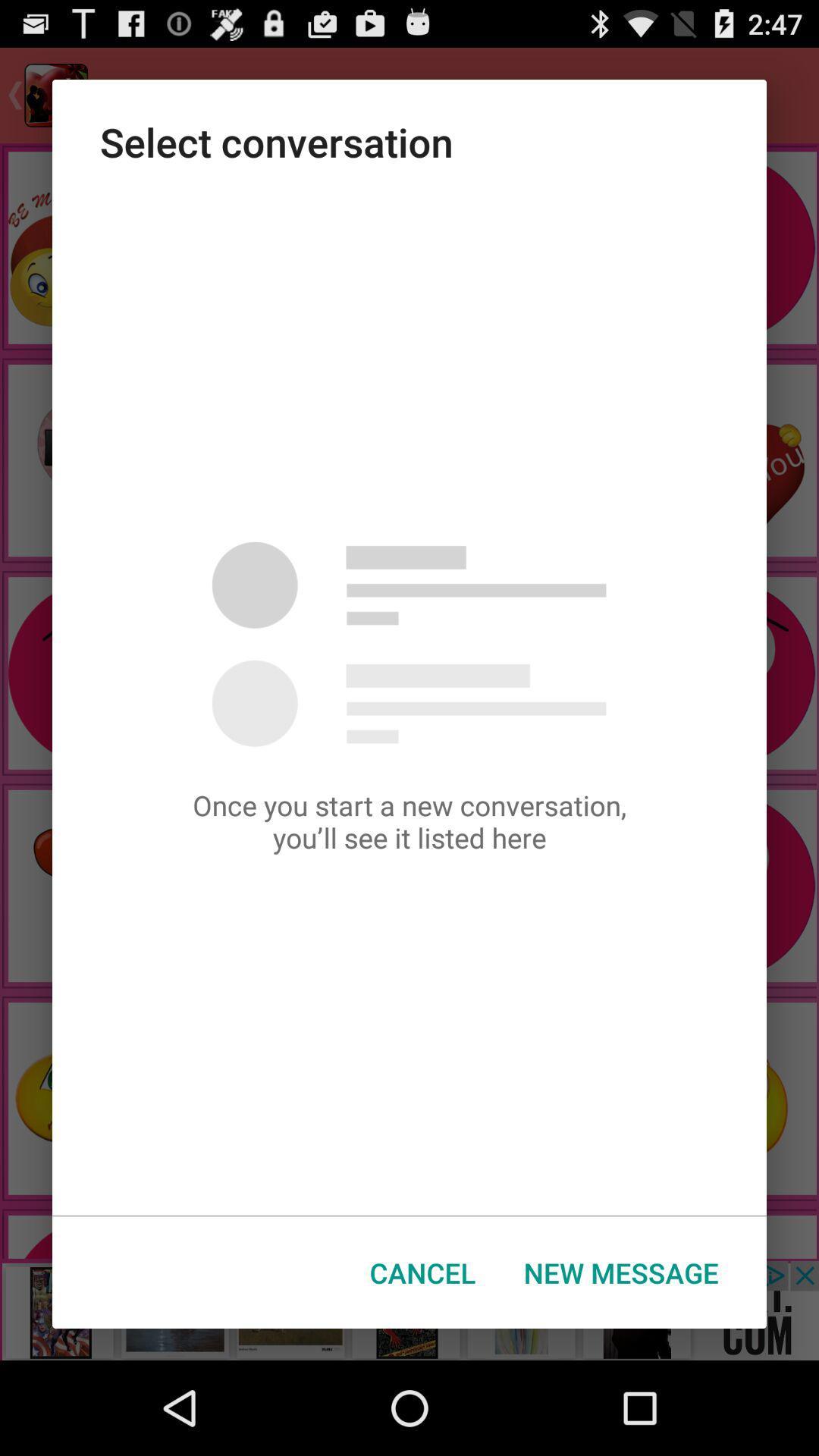 The image size is (819, 1456). Describe the element at coordinates (422, 1272) in the screenshot. I see `the cancel` at that location.